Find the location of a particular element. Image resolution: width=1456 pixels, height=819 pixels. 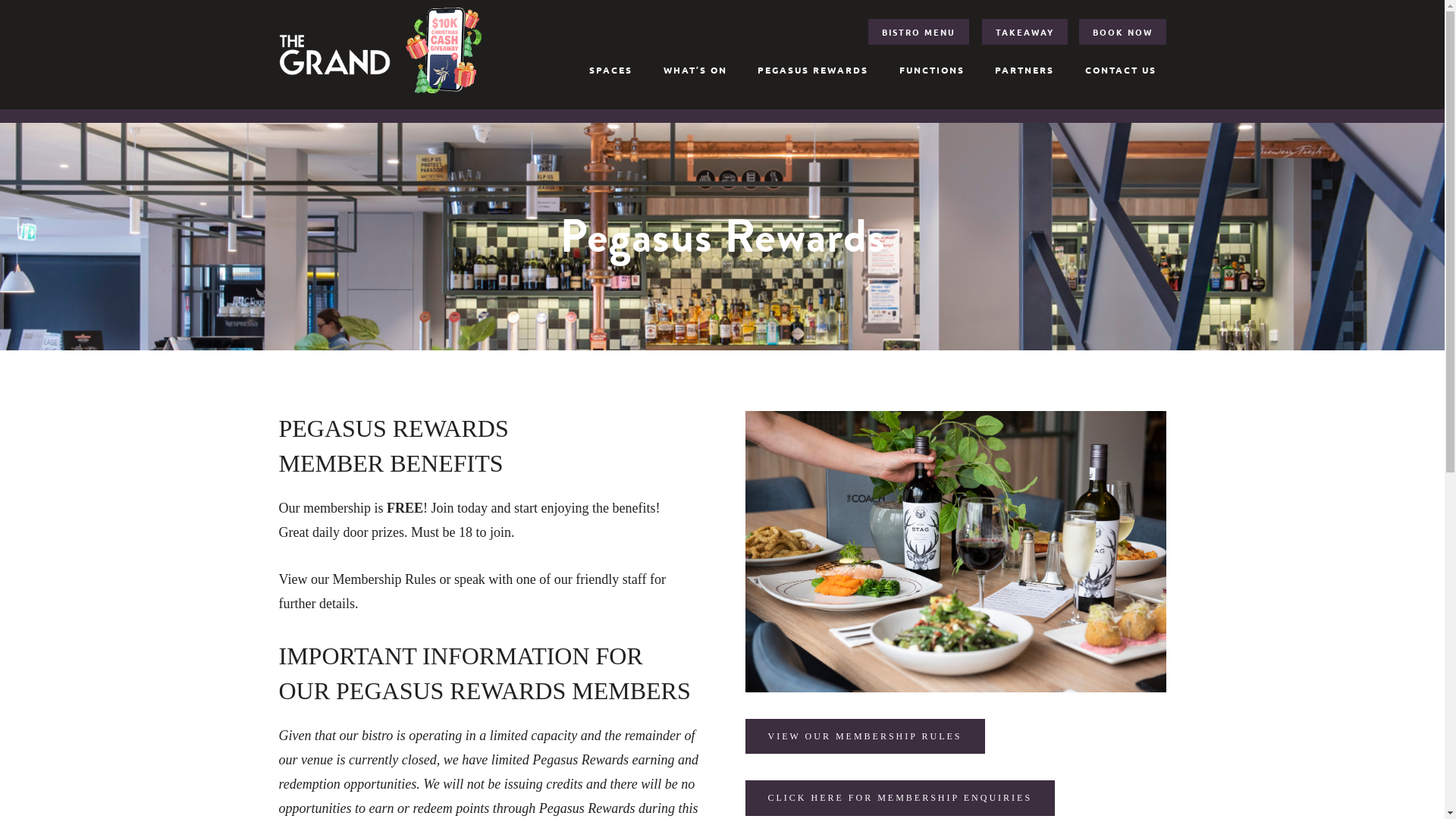

'DSC_4332' is located at coordinates (745, 551).